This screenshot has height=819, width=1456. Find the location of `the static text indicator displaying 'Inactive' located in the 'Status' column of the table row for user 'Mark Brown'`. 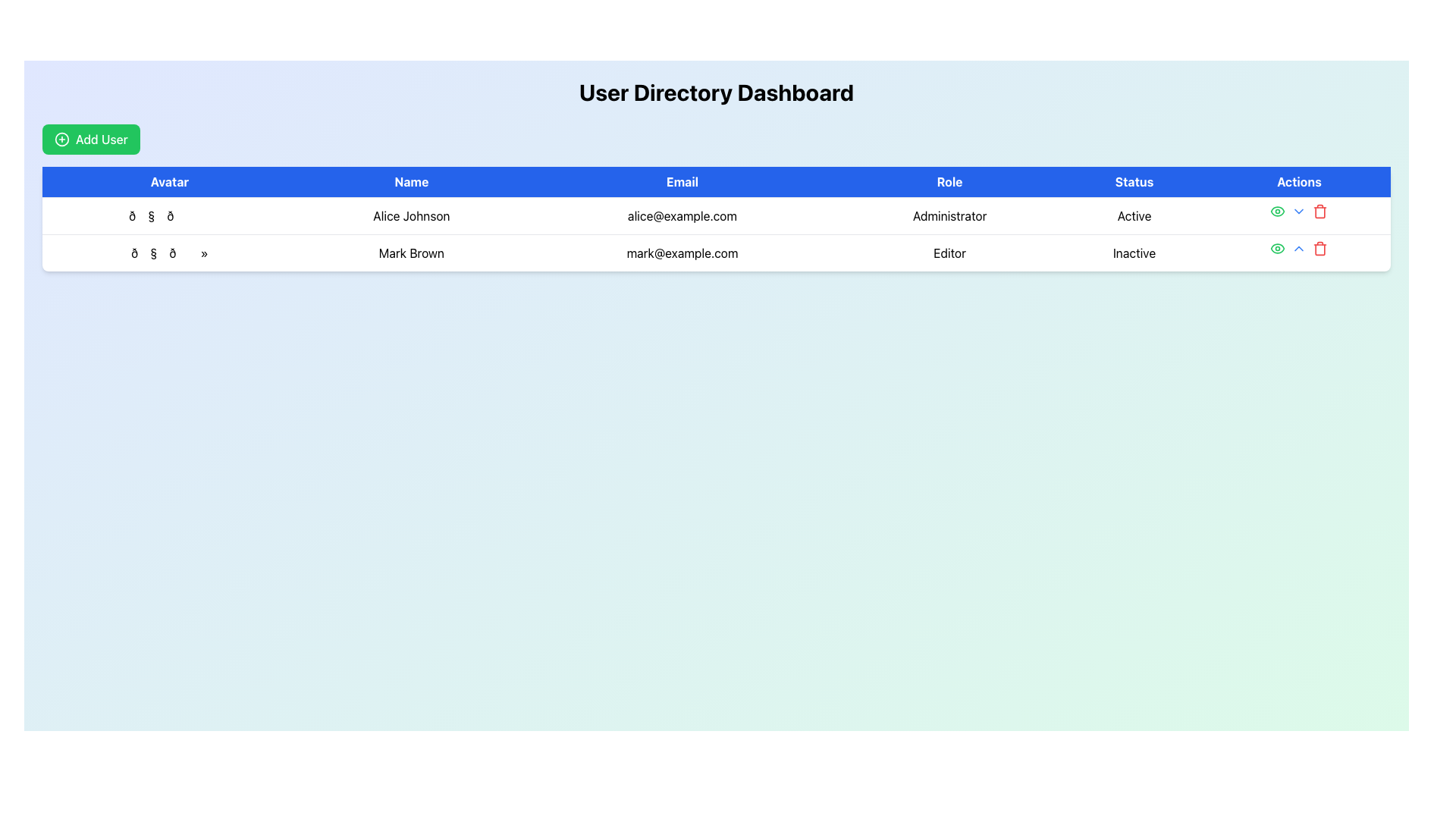

the static text indicator displaying 'Inactive' located in the 'Status' column of the table row for user 'Mark Brown' is located at coordinates (1134, 252).